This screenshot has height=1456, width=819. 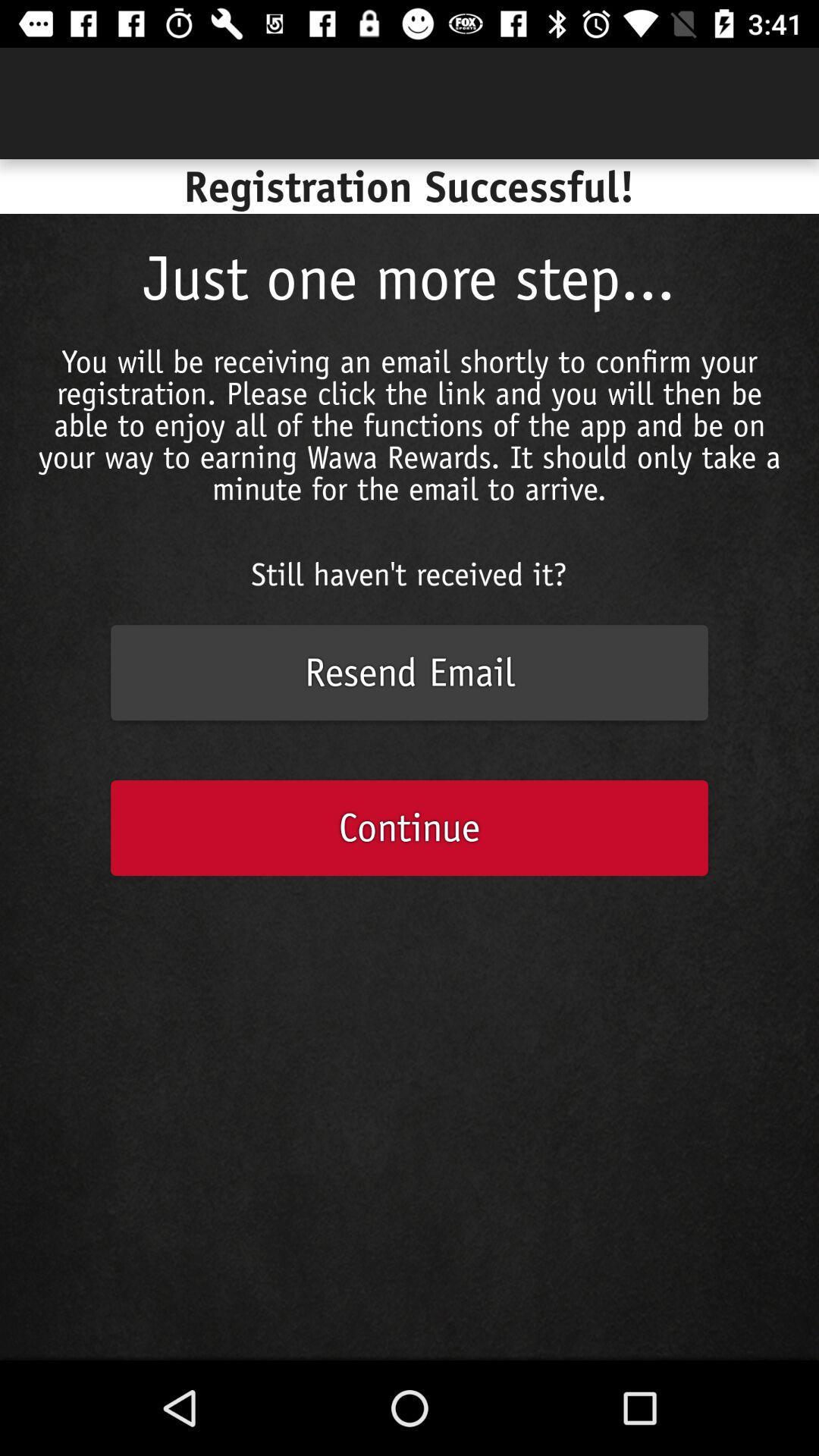 I want to click on icon below resend email icon, so click(x=409, y=827).